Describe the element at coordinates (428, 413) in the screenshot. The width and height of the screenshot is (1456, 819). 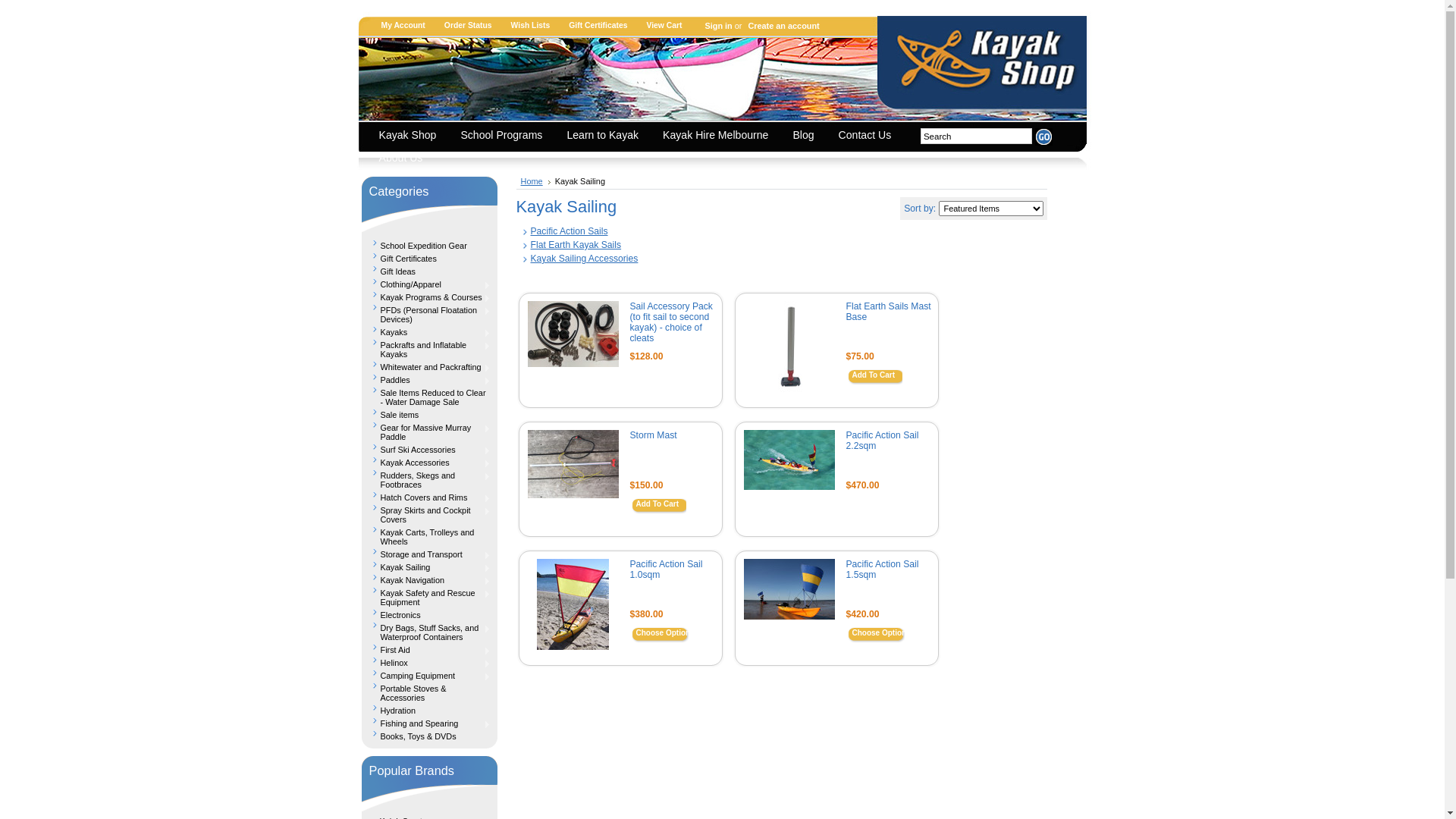
I see `'Sale items'` at that location.